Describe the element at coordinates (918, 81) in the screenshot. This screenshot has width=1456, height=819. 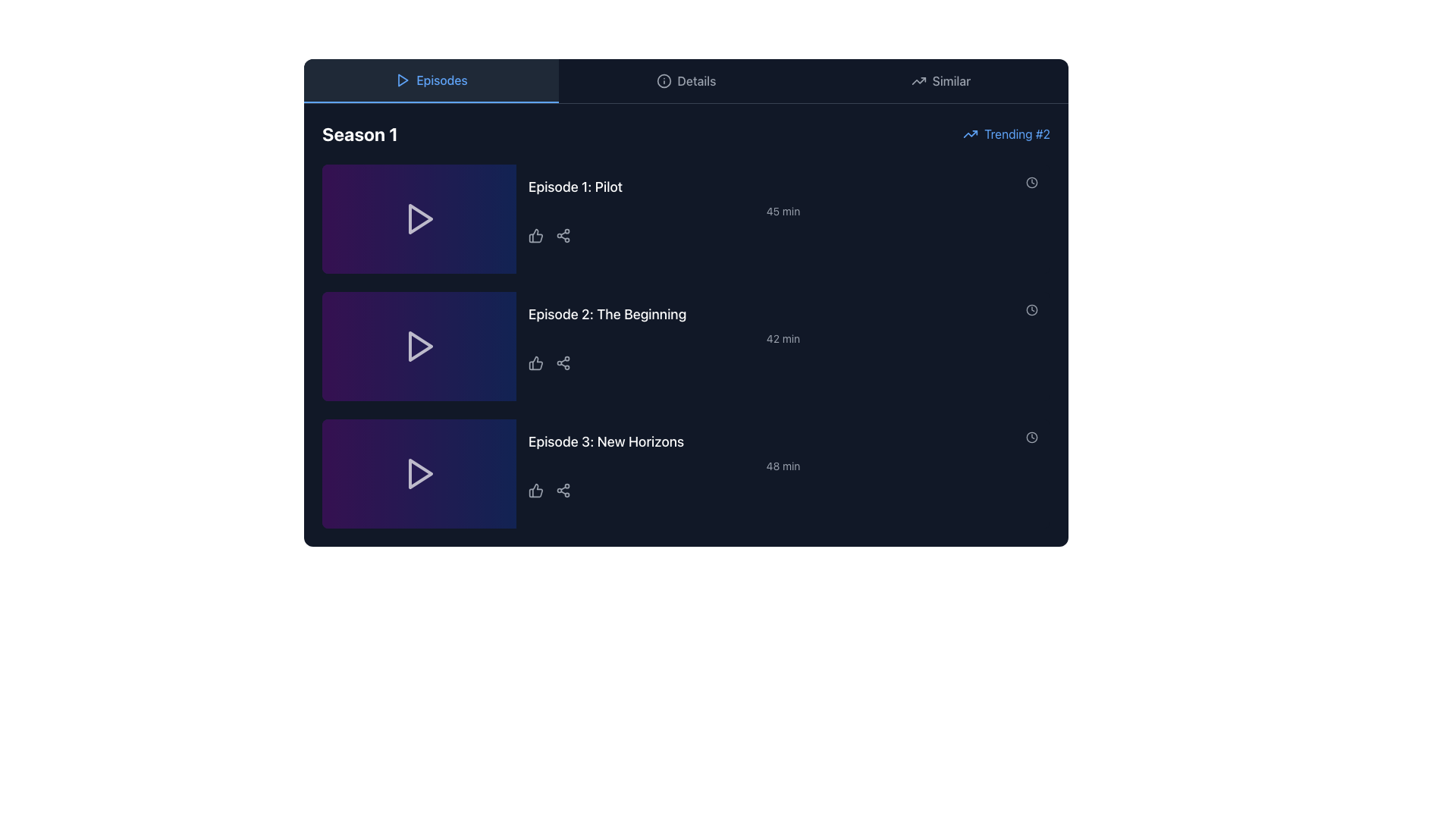
I see `the trending movement icon located in the 'Similar' tab at the rightmost end of the navigation bar` at that location.